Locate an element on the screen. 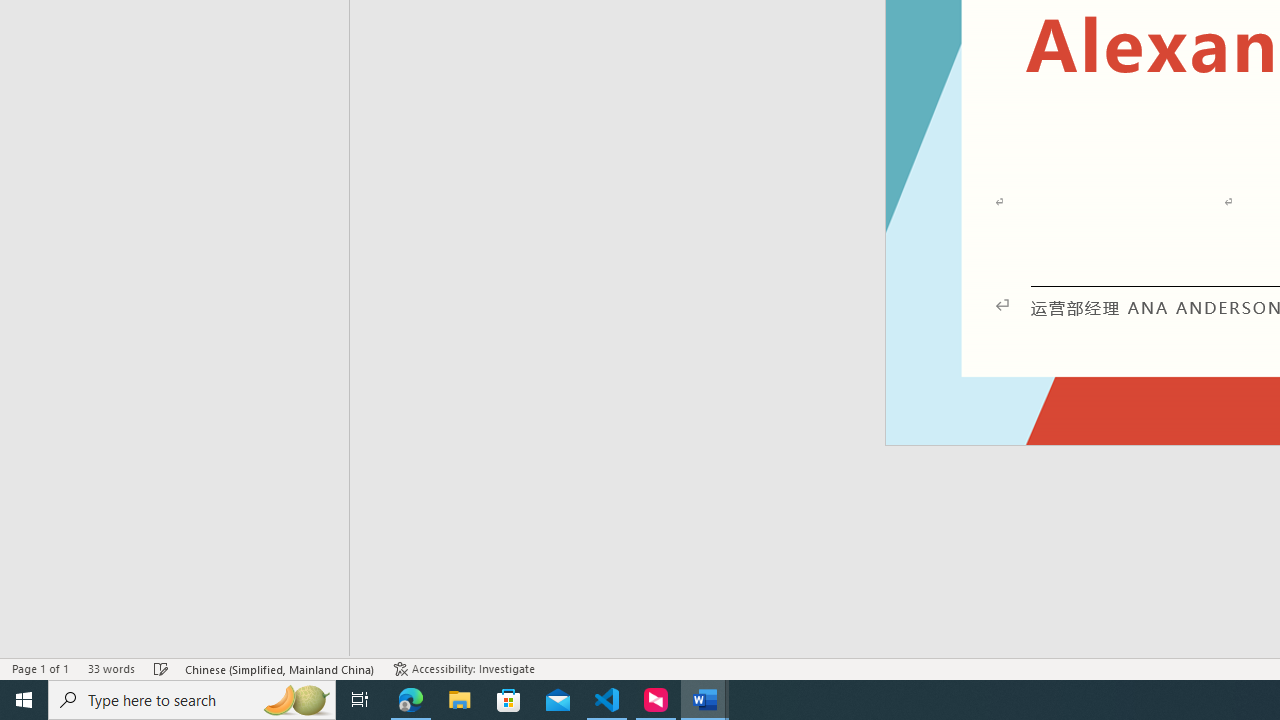  'Task View' is located at coordinates (359, 698).